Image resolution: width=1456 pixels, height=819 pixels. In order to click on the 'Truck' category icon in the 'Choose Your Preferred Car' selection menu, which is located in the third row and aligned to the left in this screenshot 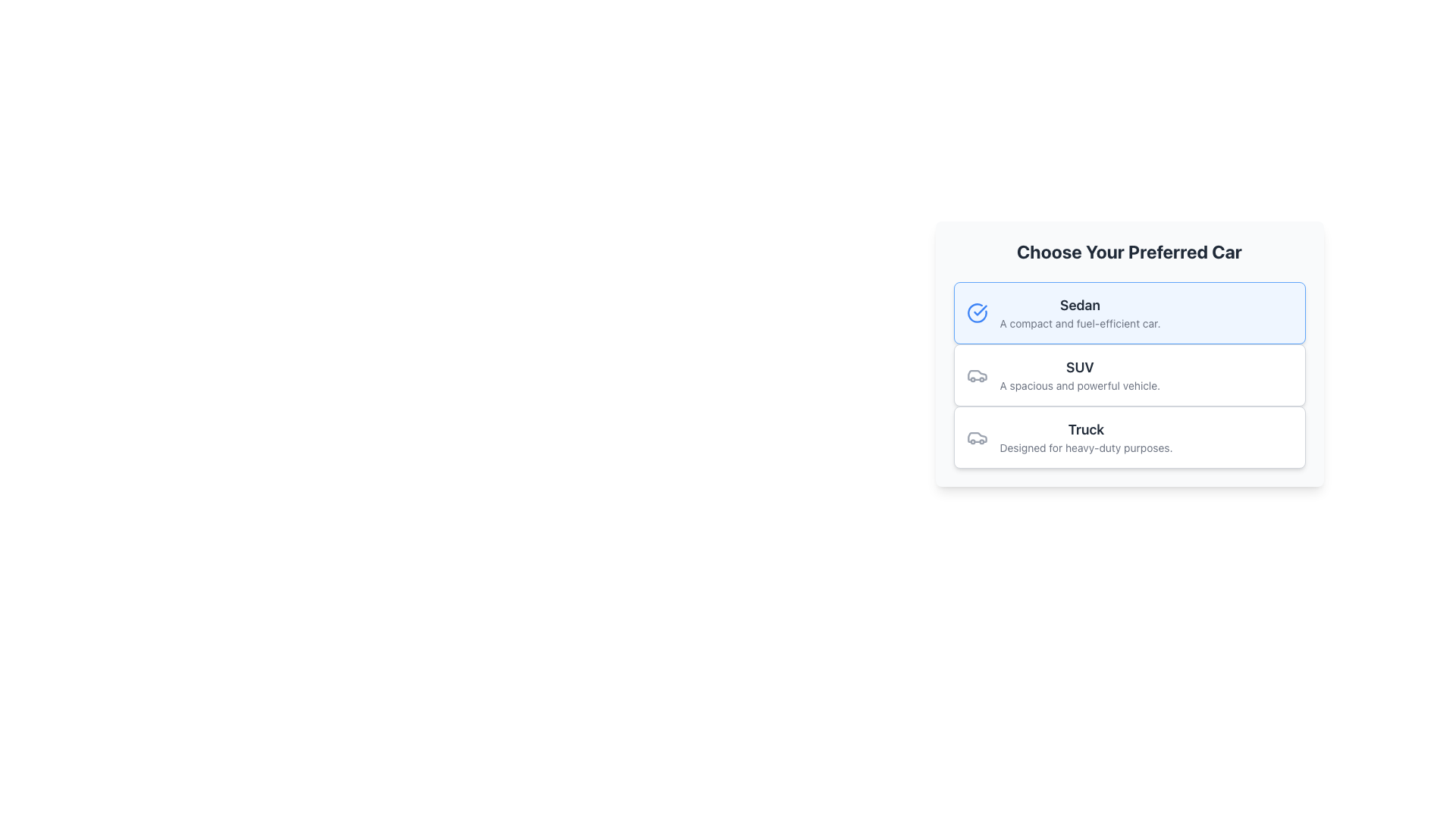, I will do `click(977, 438)`.